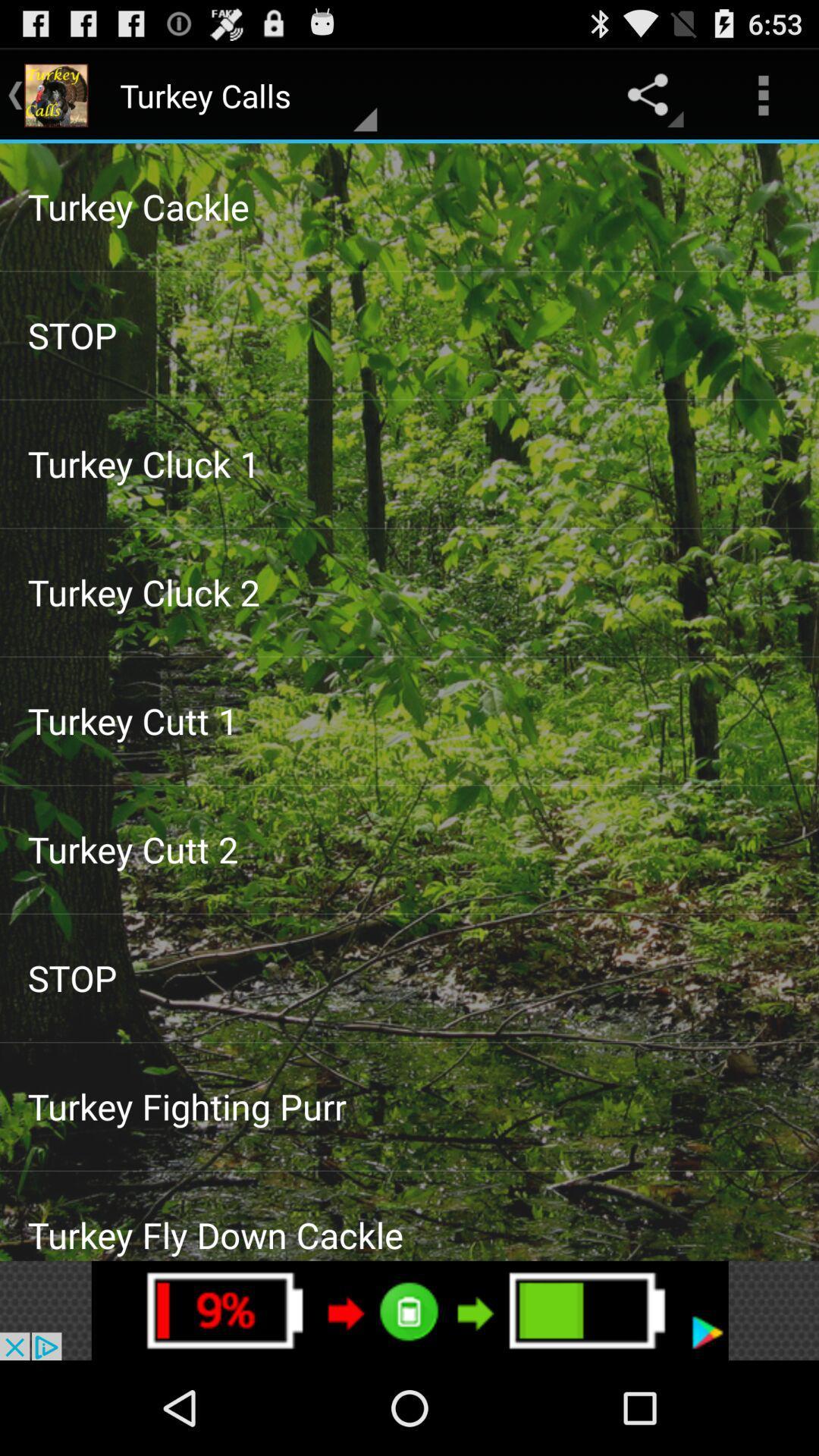 The image size is (819, 1456). I want to click on advertisement for battery improvement app, so click(409, 1310).